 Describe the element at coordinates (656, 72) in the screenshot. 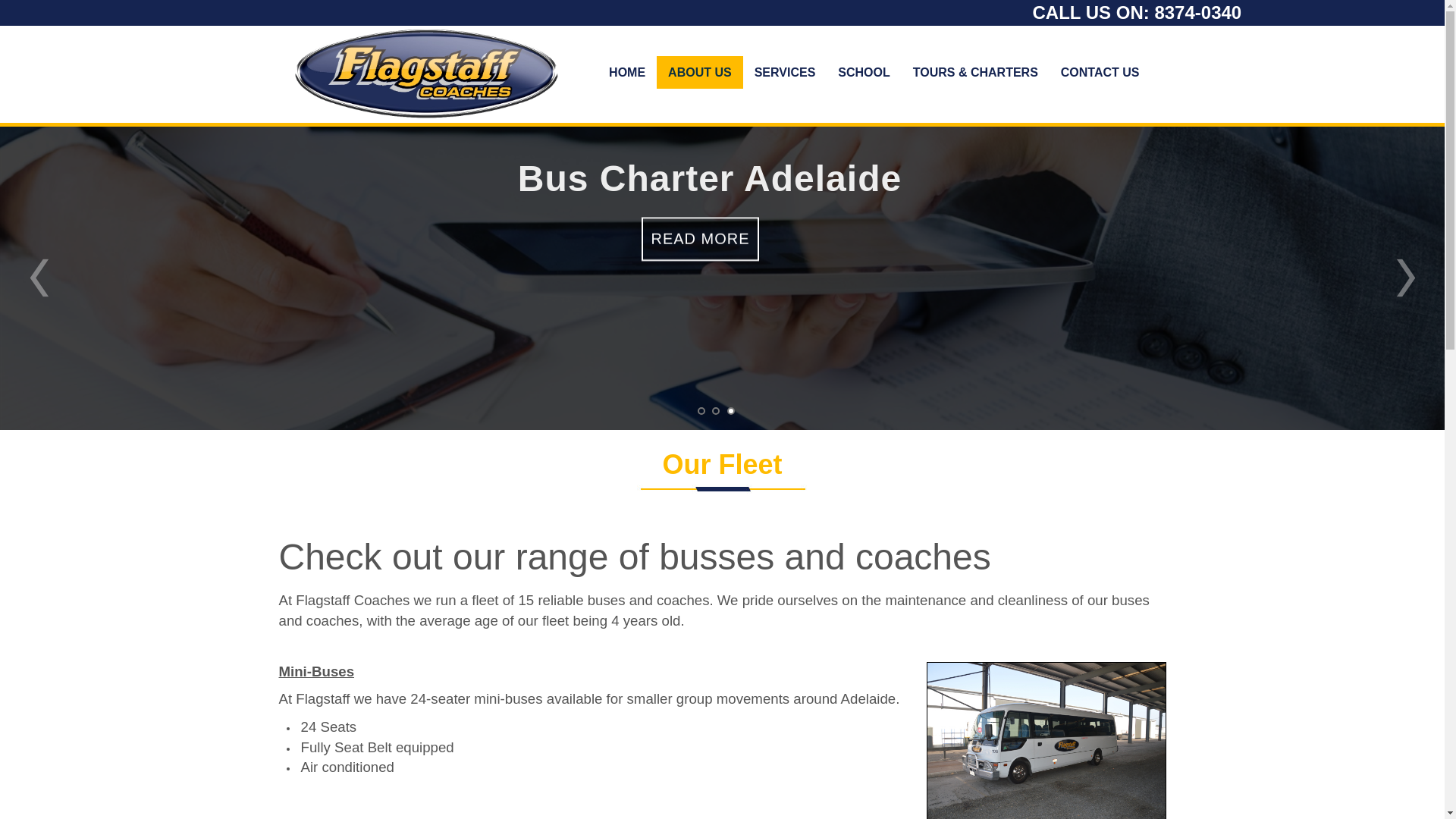

I see `'ABOUT US'` at that location.